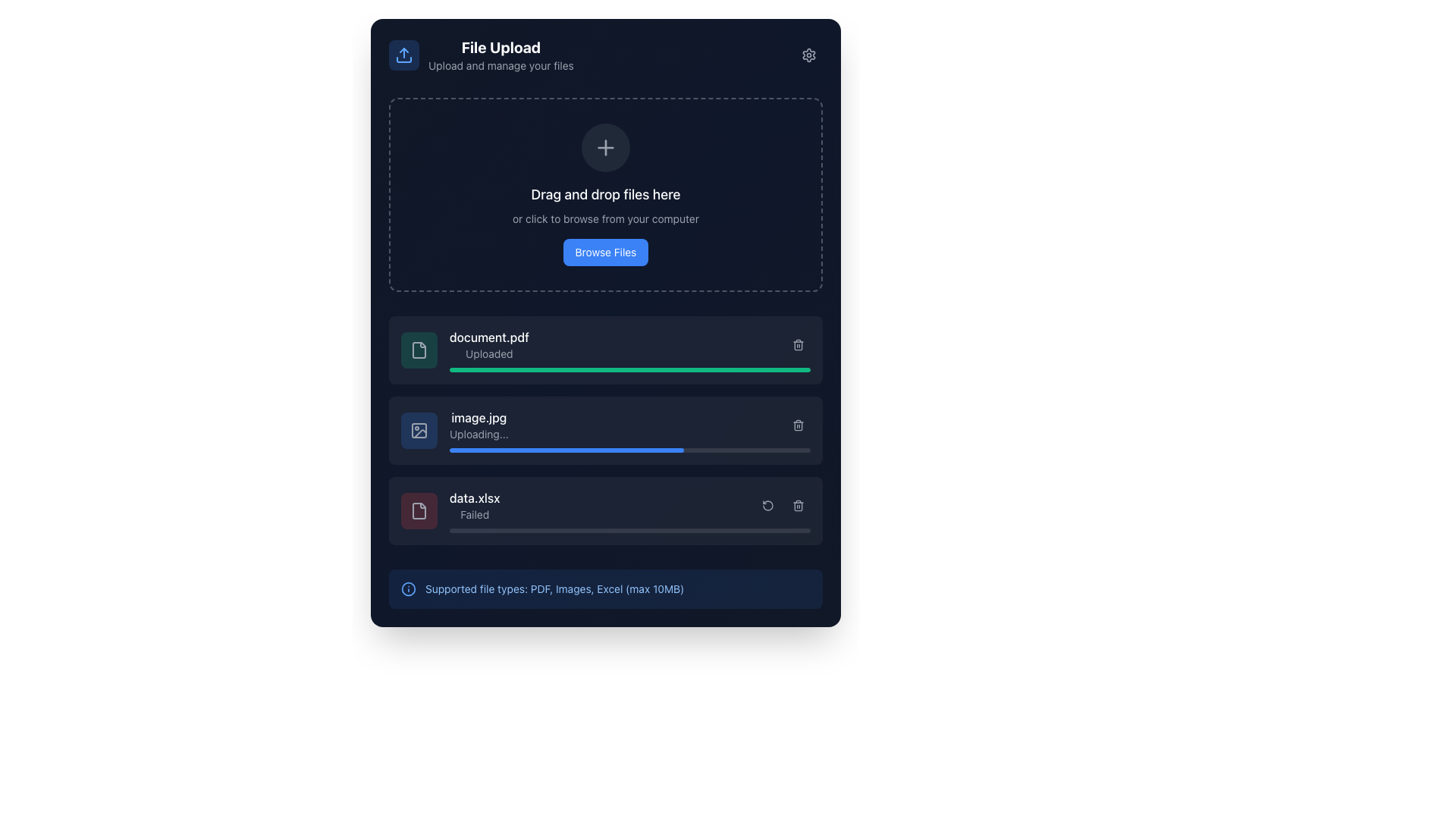 This screenshot has width=1456, height=819. What do you see at coordinates (419, 350) in the screenshot?
I see `the document icon, which is a gray outline resembling a file with a folded corner, located next to 'document.pdf' in the file list` at bounding box center [419, 350].